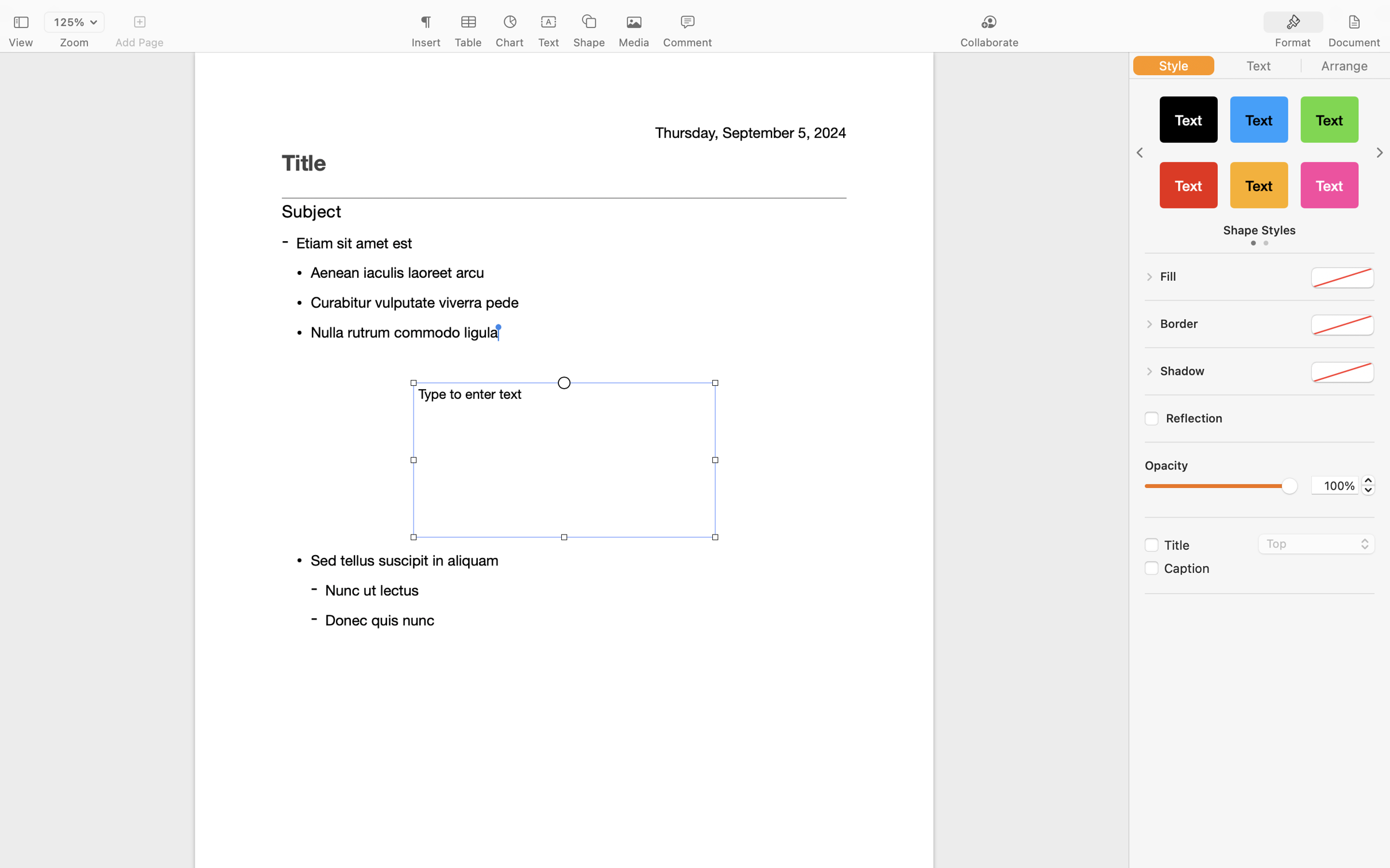 The width and height of the screenshot is (1390, 868). I want to click on 'Media', so click(633, 42).